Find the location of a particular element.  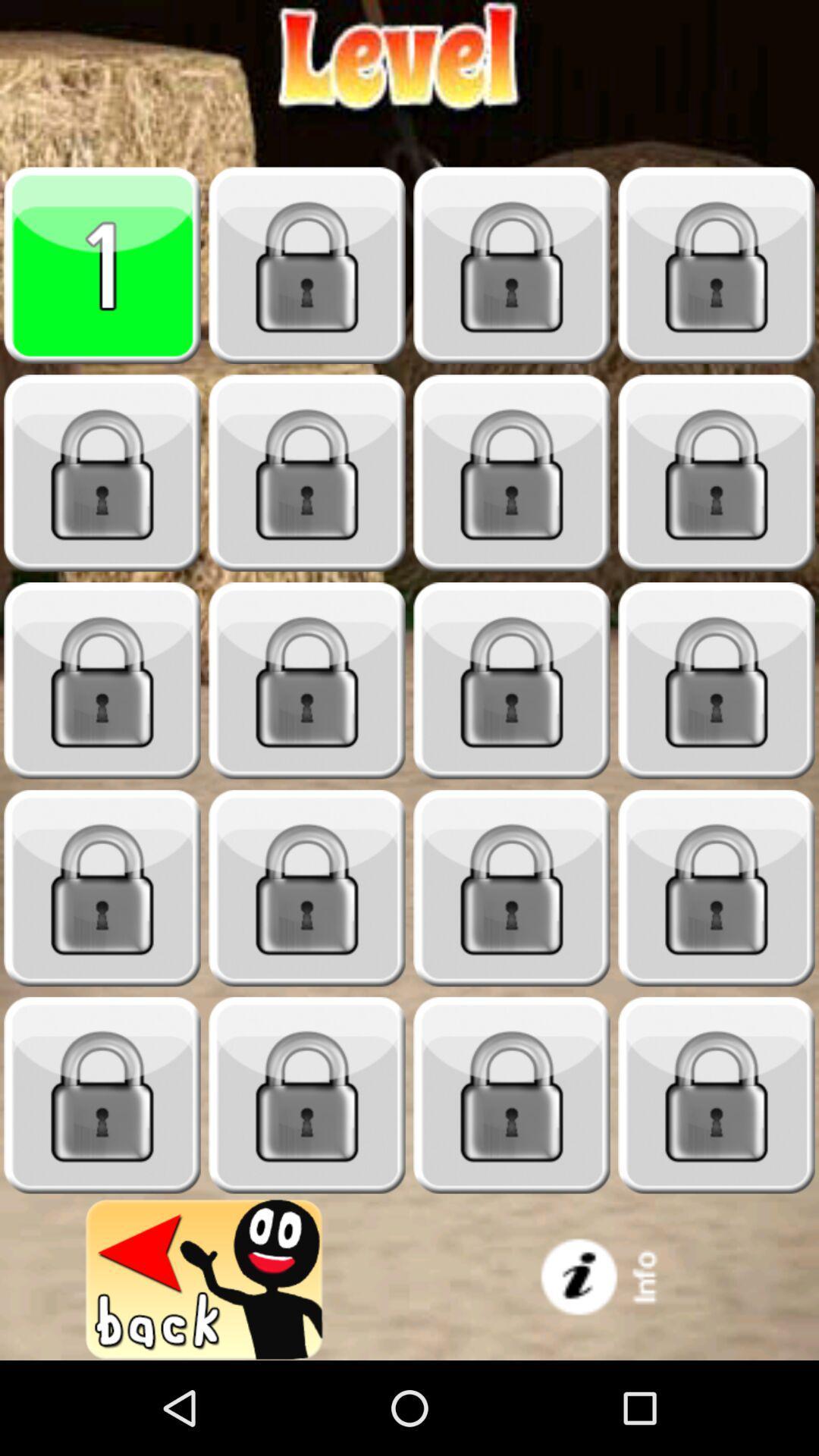

game of the next level is located at coordinates (307, 265).